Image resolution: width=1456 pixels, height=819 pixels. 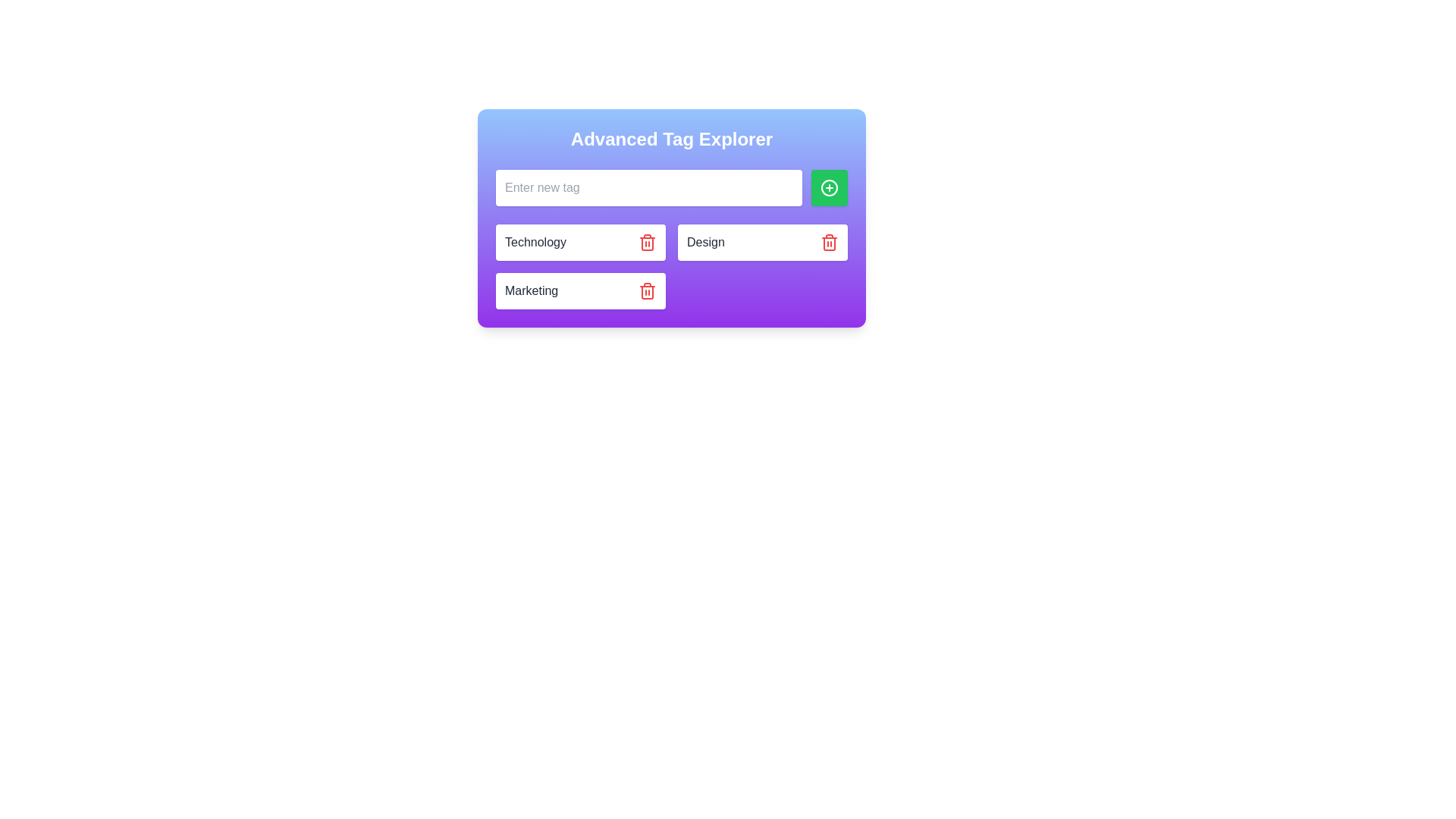 What do you see at coordinates (671, 265) in the screenshot?
I see `the grid layout containing the items 'Technology', 'Design', and 'Marketing' to interact with its content` at bounding box center [671, 265].